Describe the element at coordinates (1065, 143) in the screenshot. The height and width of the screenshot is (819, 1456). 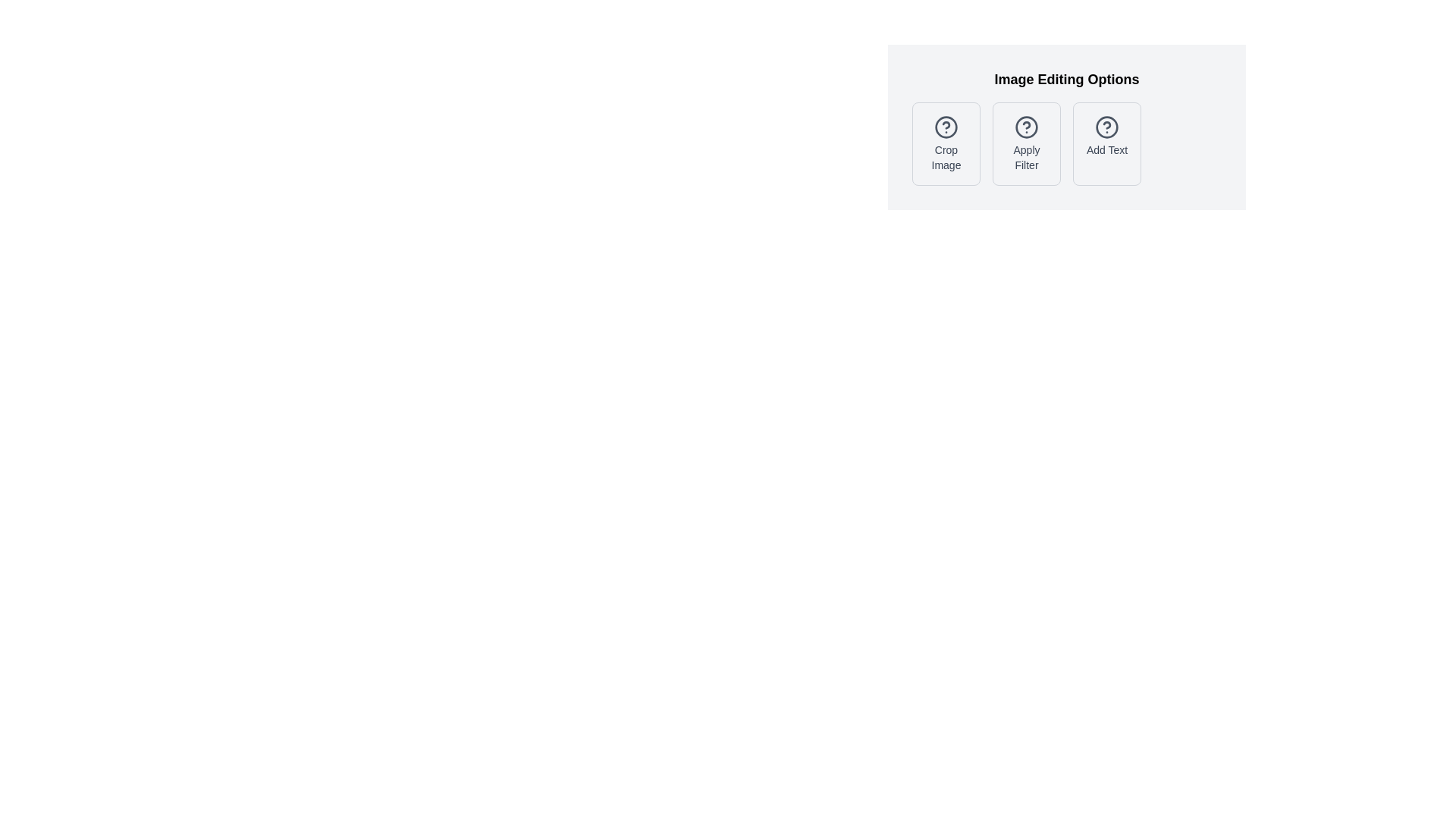
I see `the middle button in the row of three buttons under 'Image Editing Options'` at that location.